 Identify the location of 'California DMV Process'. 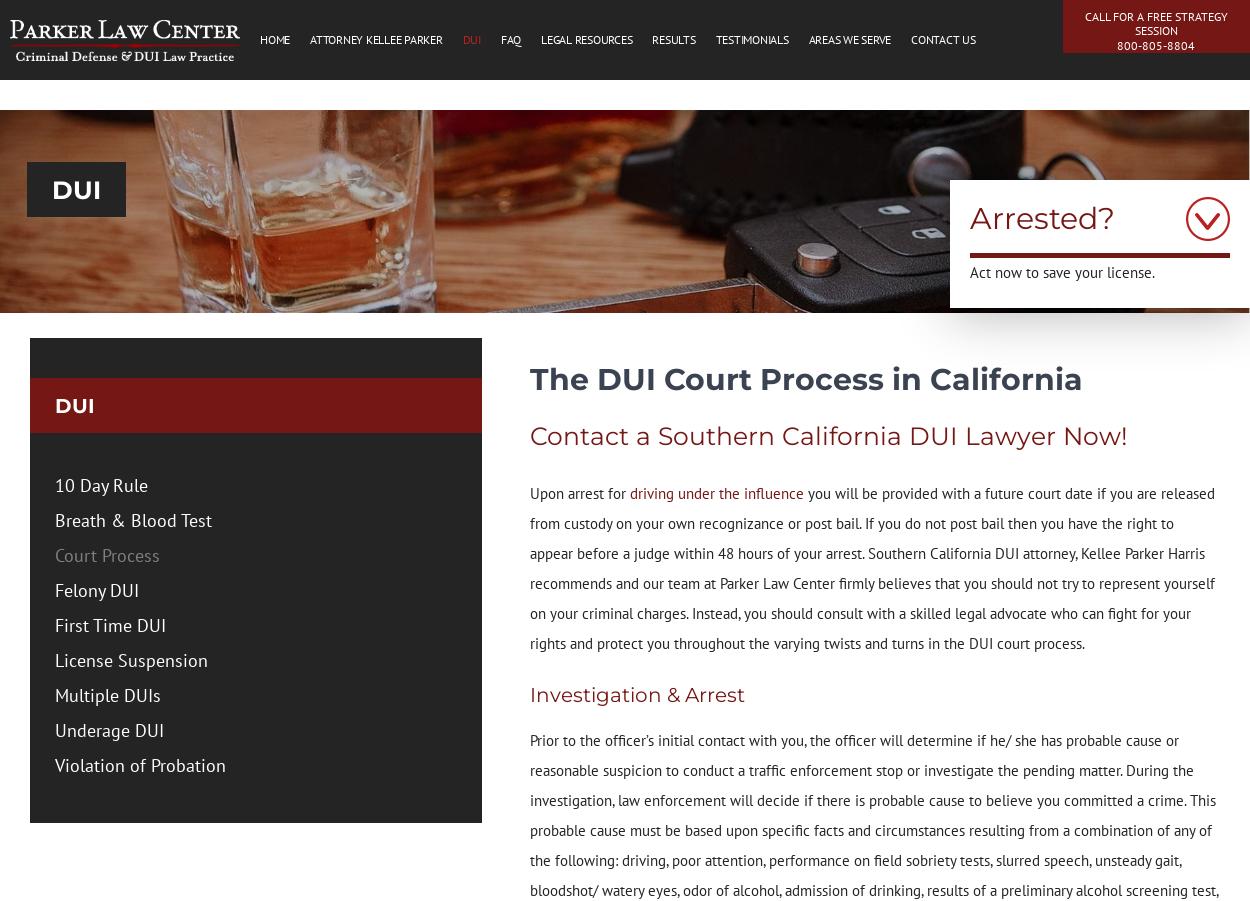
(623, 220).